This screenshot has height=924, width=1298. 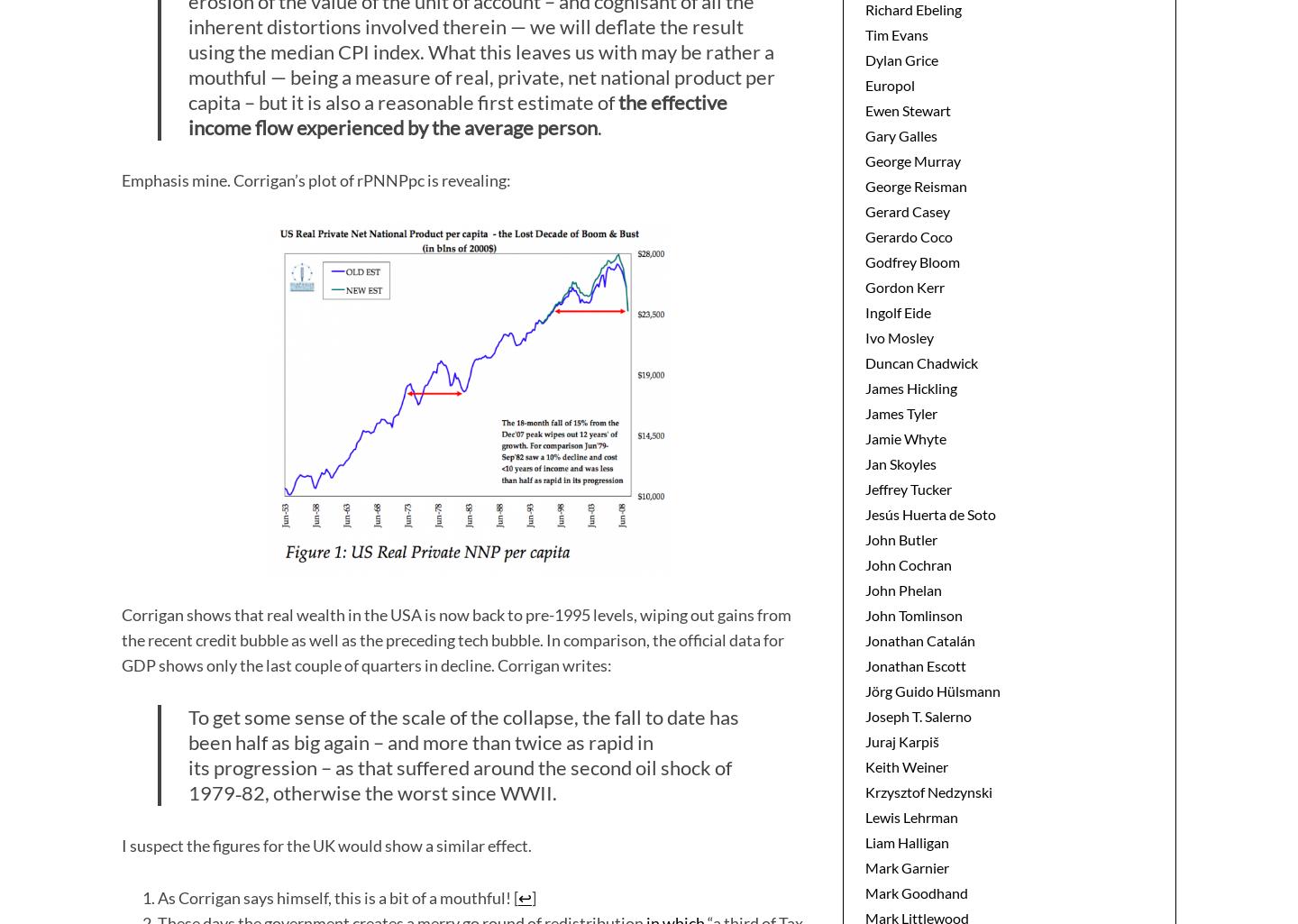 I want to click on '.', so click(x=599, y=126).